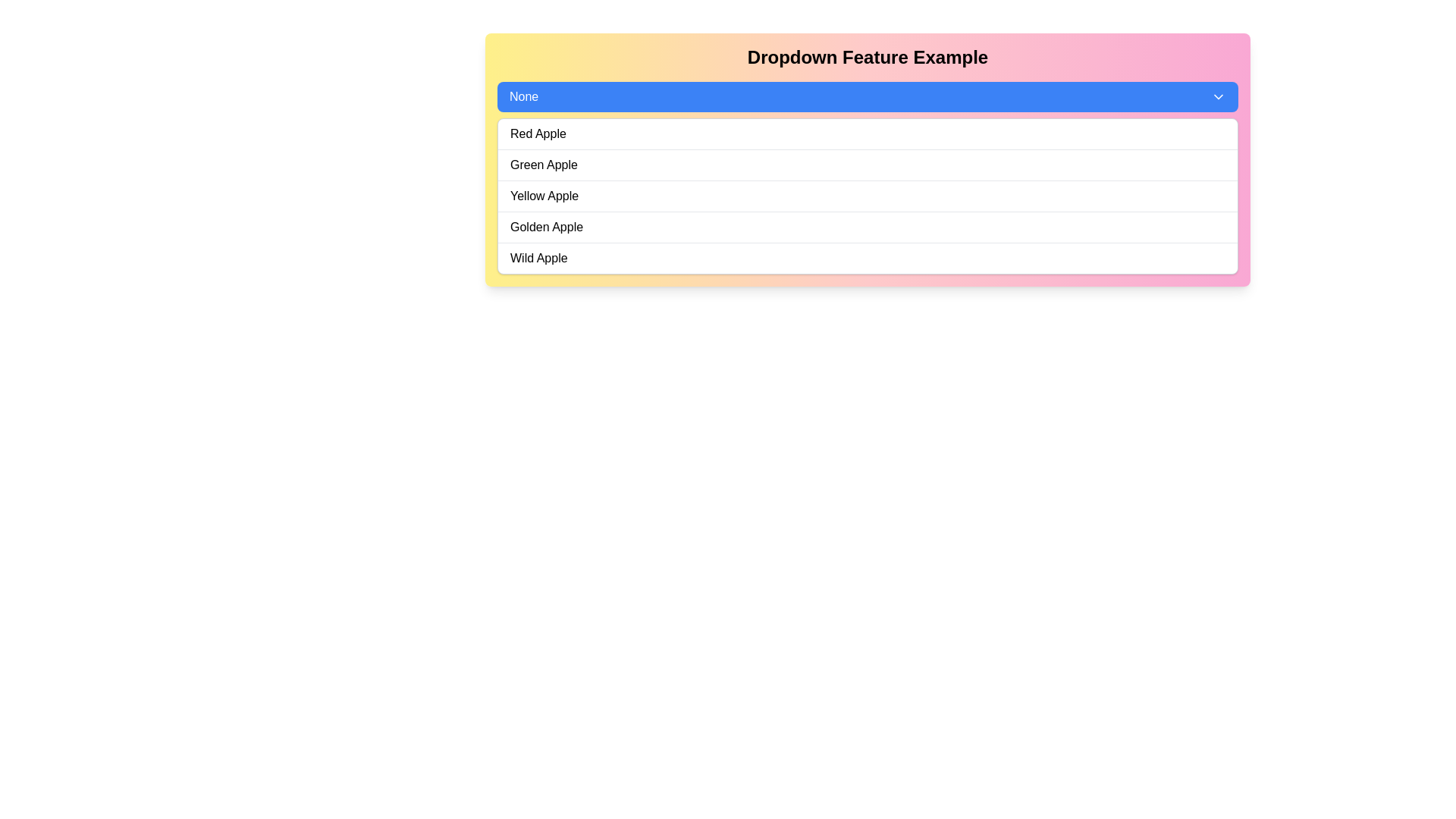 This screenshot has height=819, width=1456. Describe the element at coordinates (868, 257) in the screenshot. I see `to select the 'Wild Apple' option from the dropdown list, which is the fifth item in the list and has a simple black font on a white background` at that location.